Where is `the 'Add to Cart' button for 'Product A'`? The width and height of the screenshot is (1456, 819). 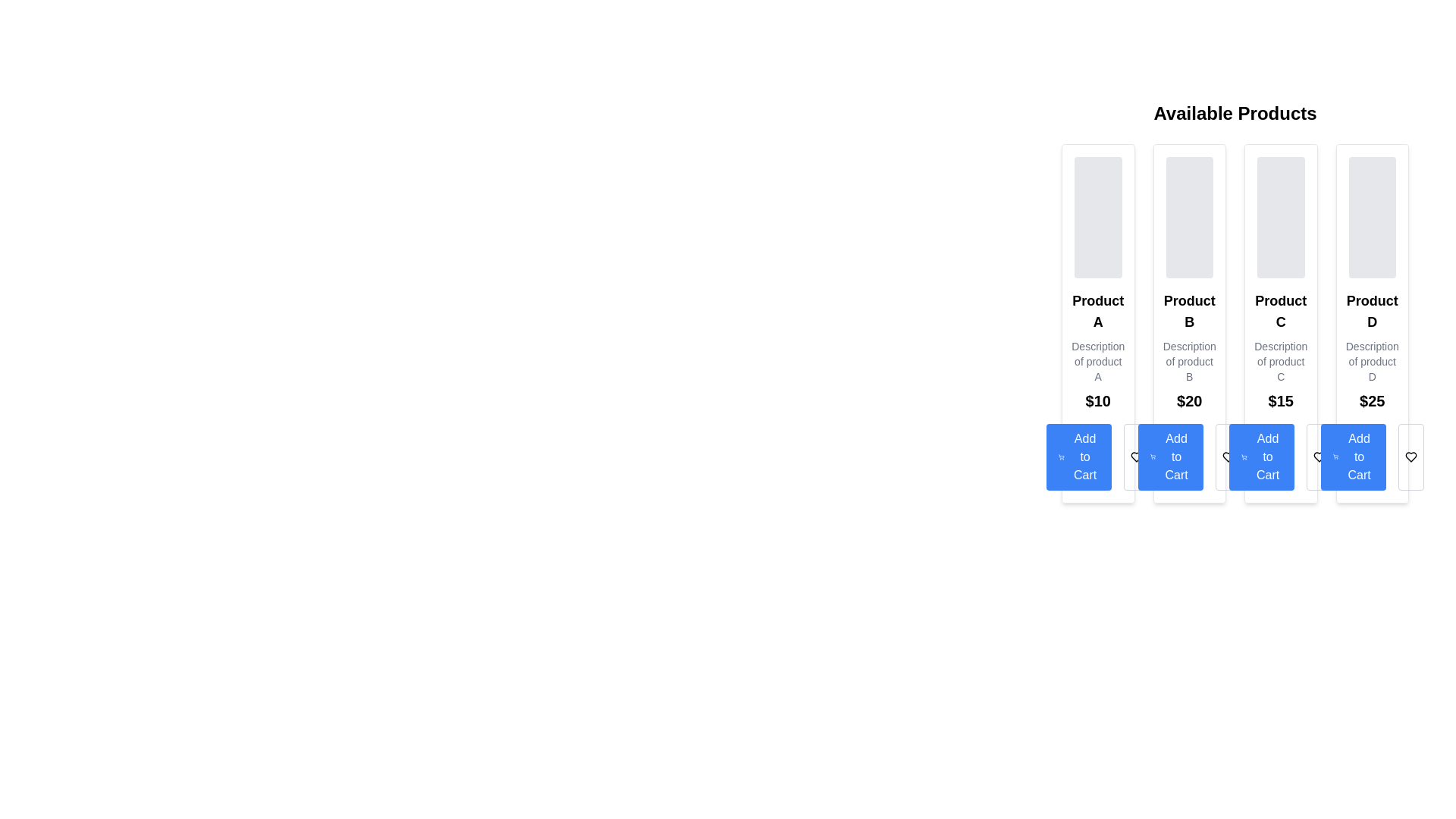 the 'Add to Cart' button for 'Product A' is located at coordinates (1098, 456).